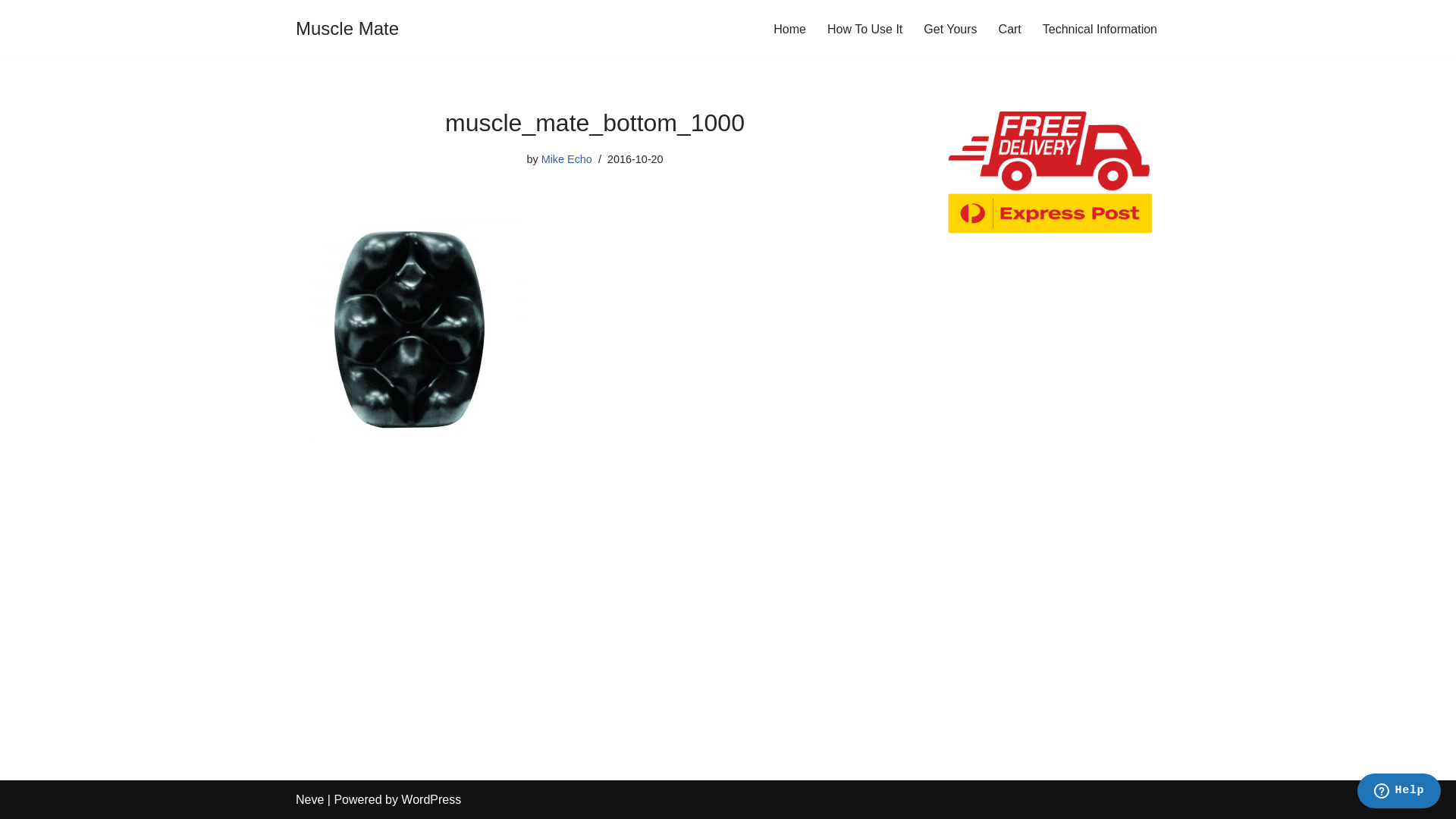 This screenshot has height=819, width=1456. What do you see at coordinates (1100, 29) in the screenshot?
I see `'Technical Information'` at bounding box center [1100, 29].